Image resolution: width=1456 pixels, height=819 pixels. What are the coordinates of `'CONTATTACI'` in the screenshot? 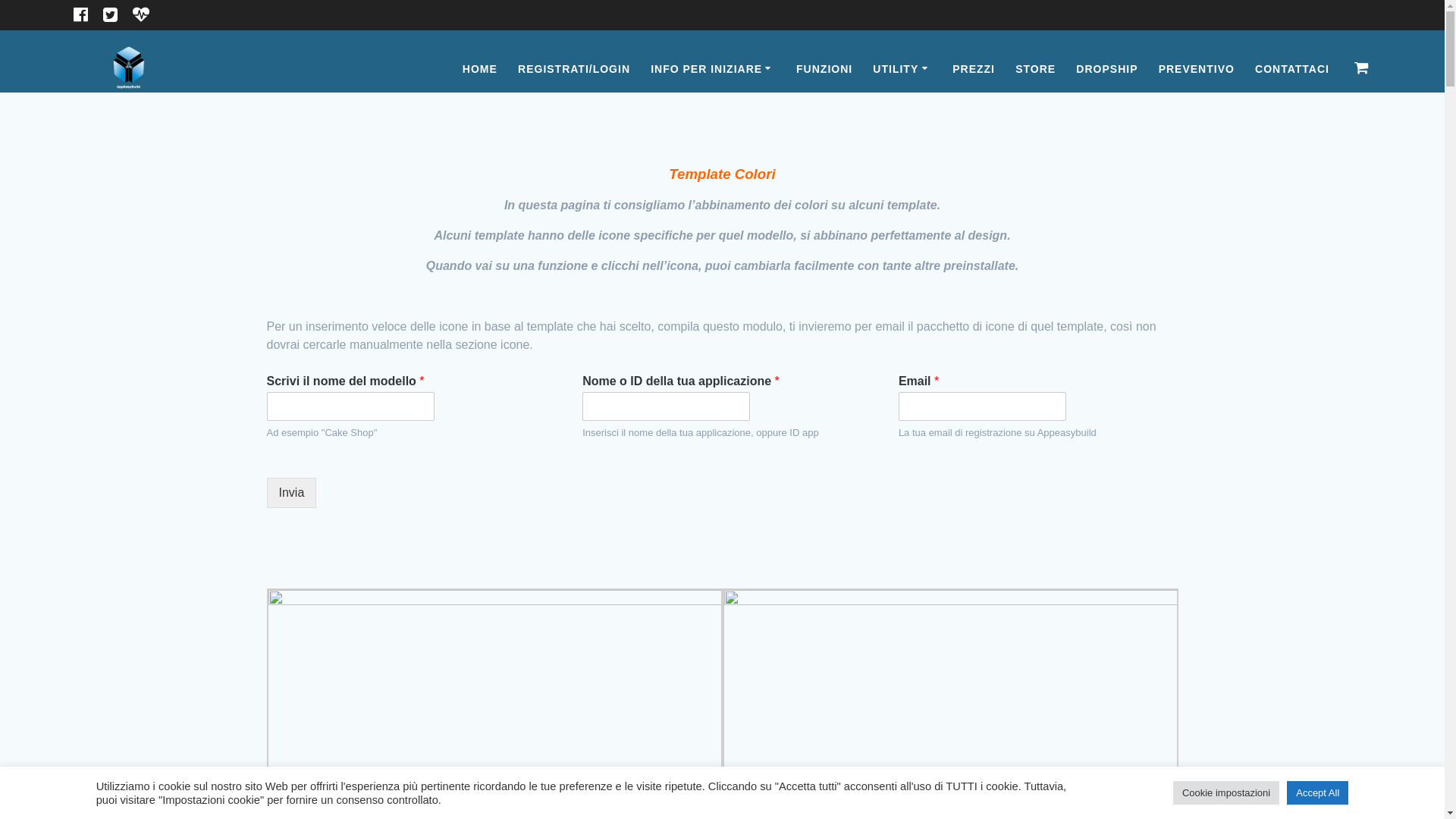 It's located at (1291, 69).